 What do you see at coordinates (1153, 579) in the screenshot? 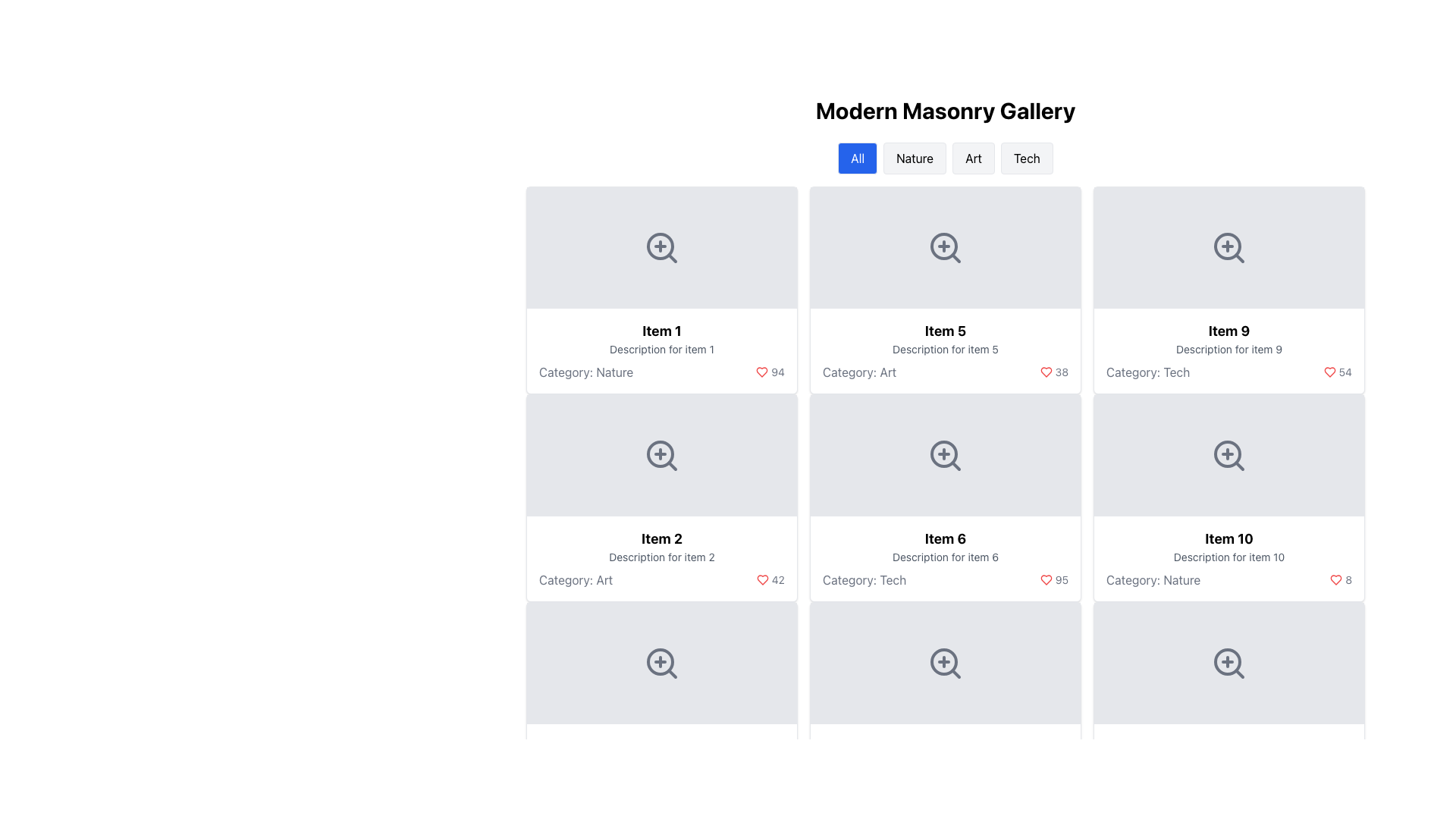
I see `the static text label indicating the category 'Nature', located at the bottom of the 'Item 10' card` at bounding box center [1153, 579].